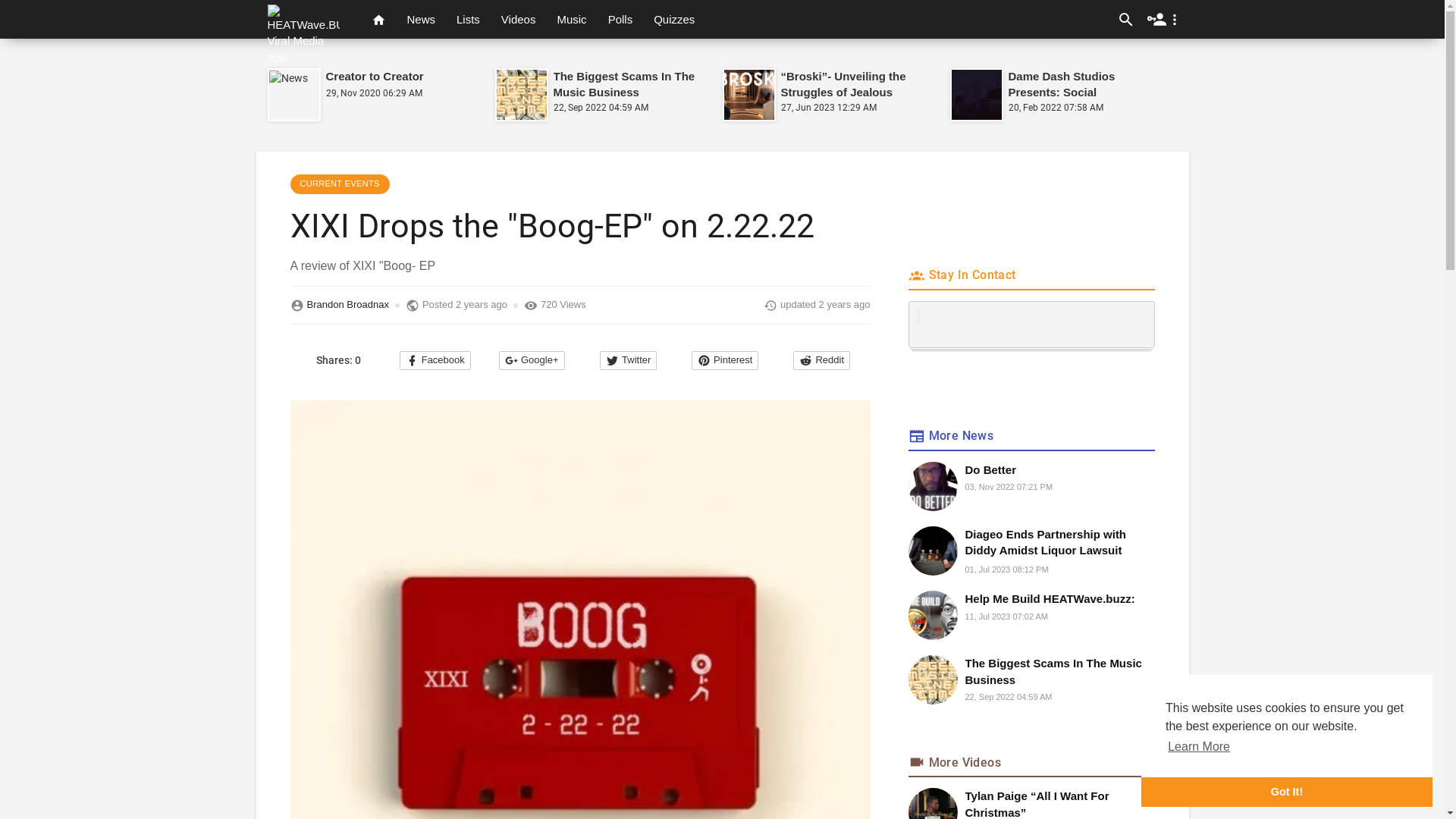 The width and height of the screenshot is (1456, 819). Describe the element at coordinates (375, 76) in the screenshot. I see `'Creator to Creator'` at that location.